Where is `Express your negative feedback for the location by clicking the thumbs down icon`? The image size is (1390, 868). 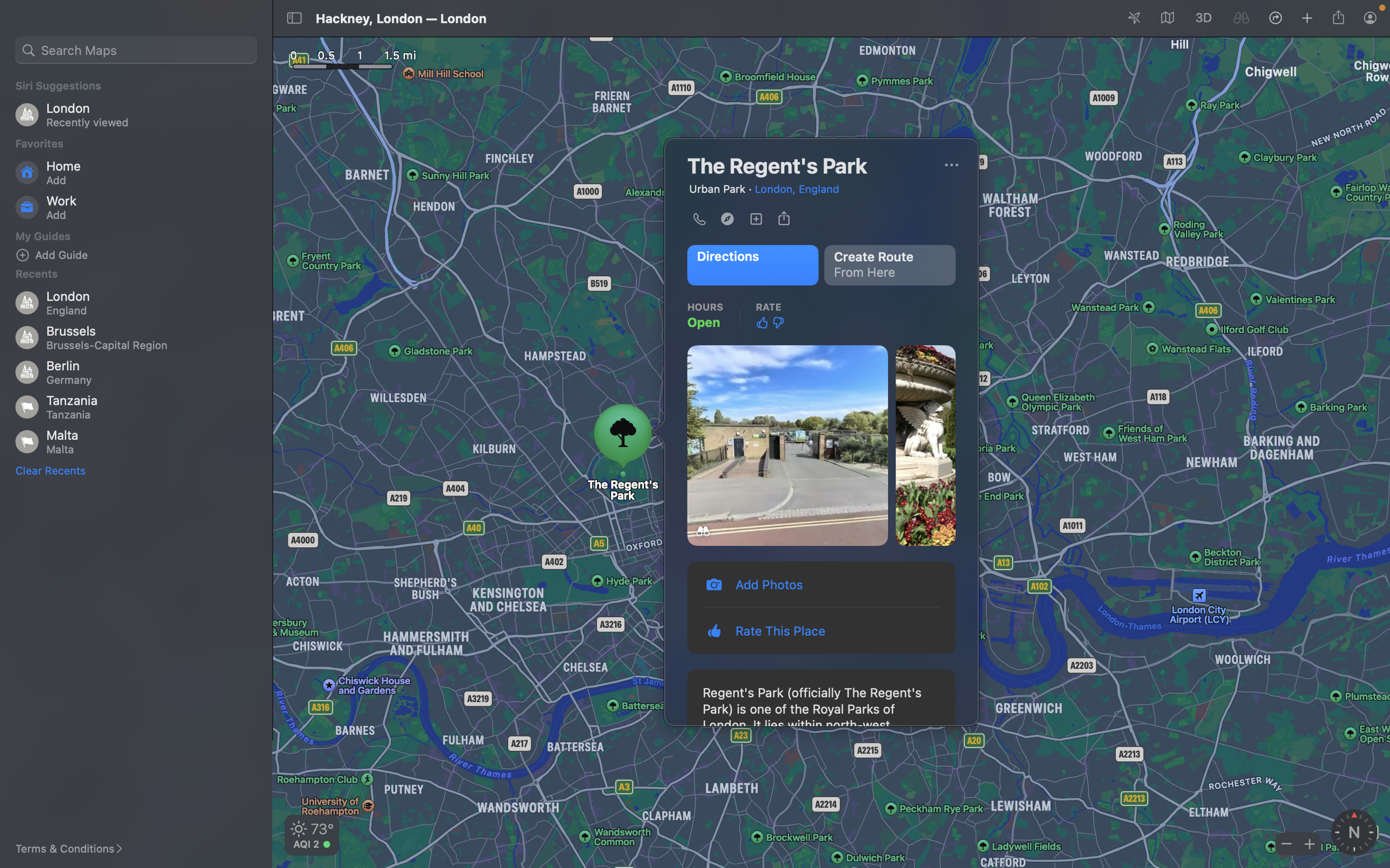
Express your negative feedback for the location by clicking the thumbs down icon is located at coordinates (778, 323).